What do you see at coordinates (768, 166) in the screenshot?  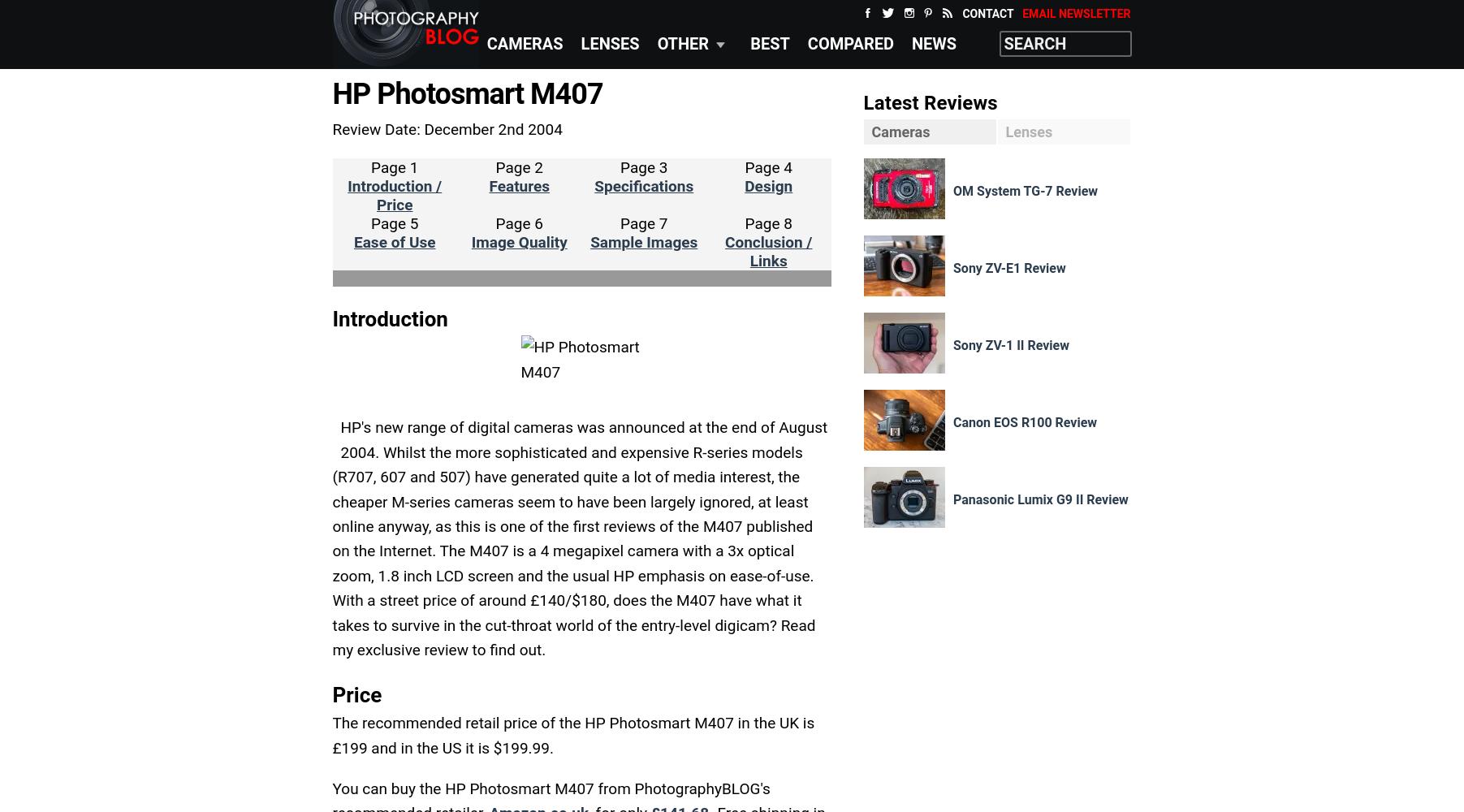 I see `'Page 4'` at bounding box center [768, 166].